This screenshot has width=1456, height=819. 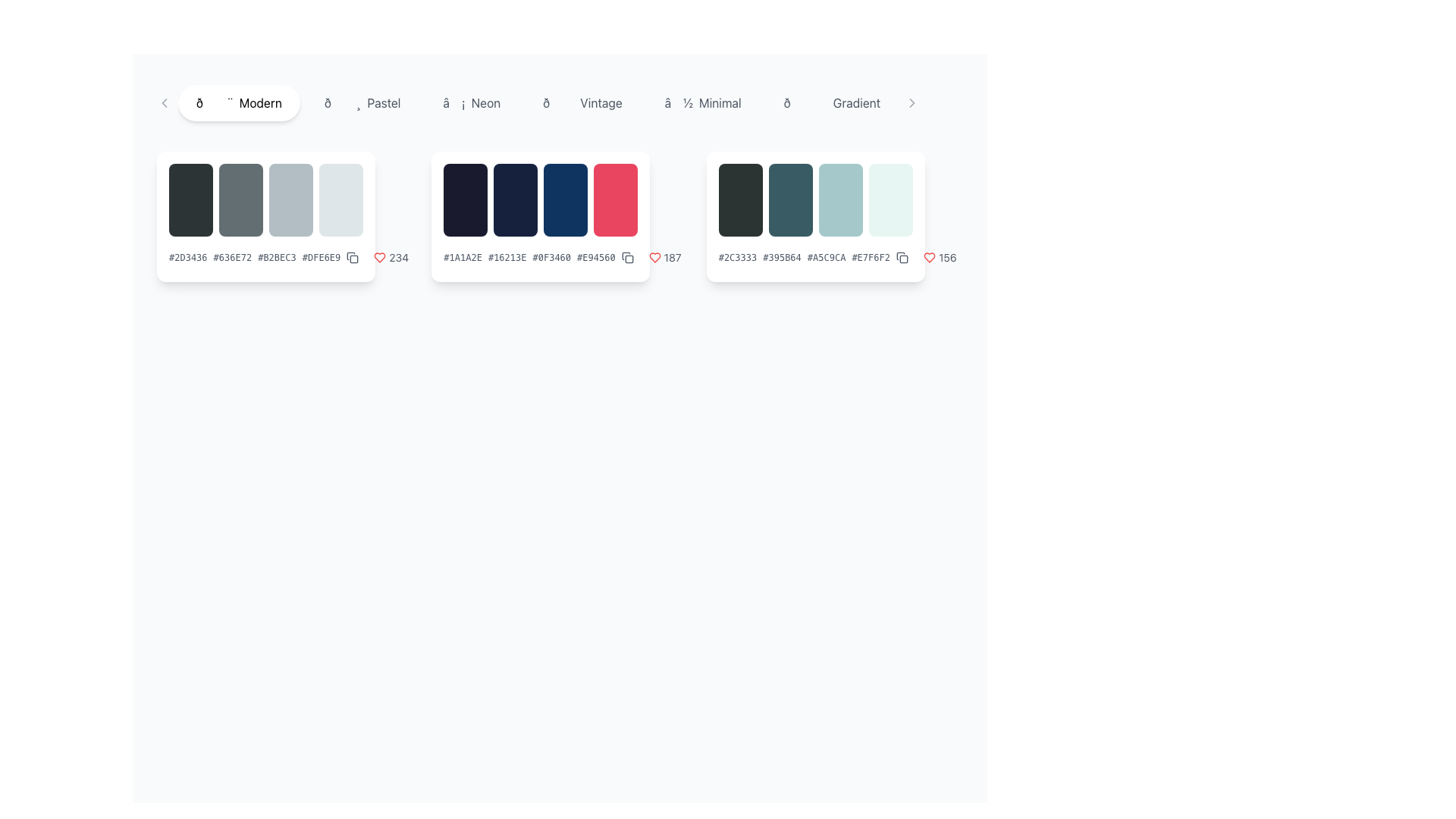 What do you see at coordinates (890, 199) in the screenshot?
I see `the light teal color swatch block with rounded corners` at bounding box center [890, 199].